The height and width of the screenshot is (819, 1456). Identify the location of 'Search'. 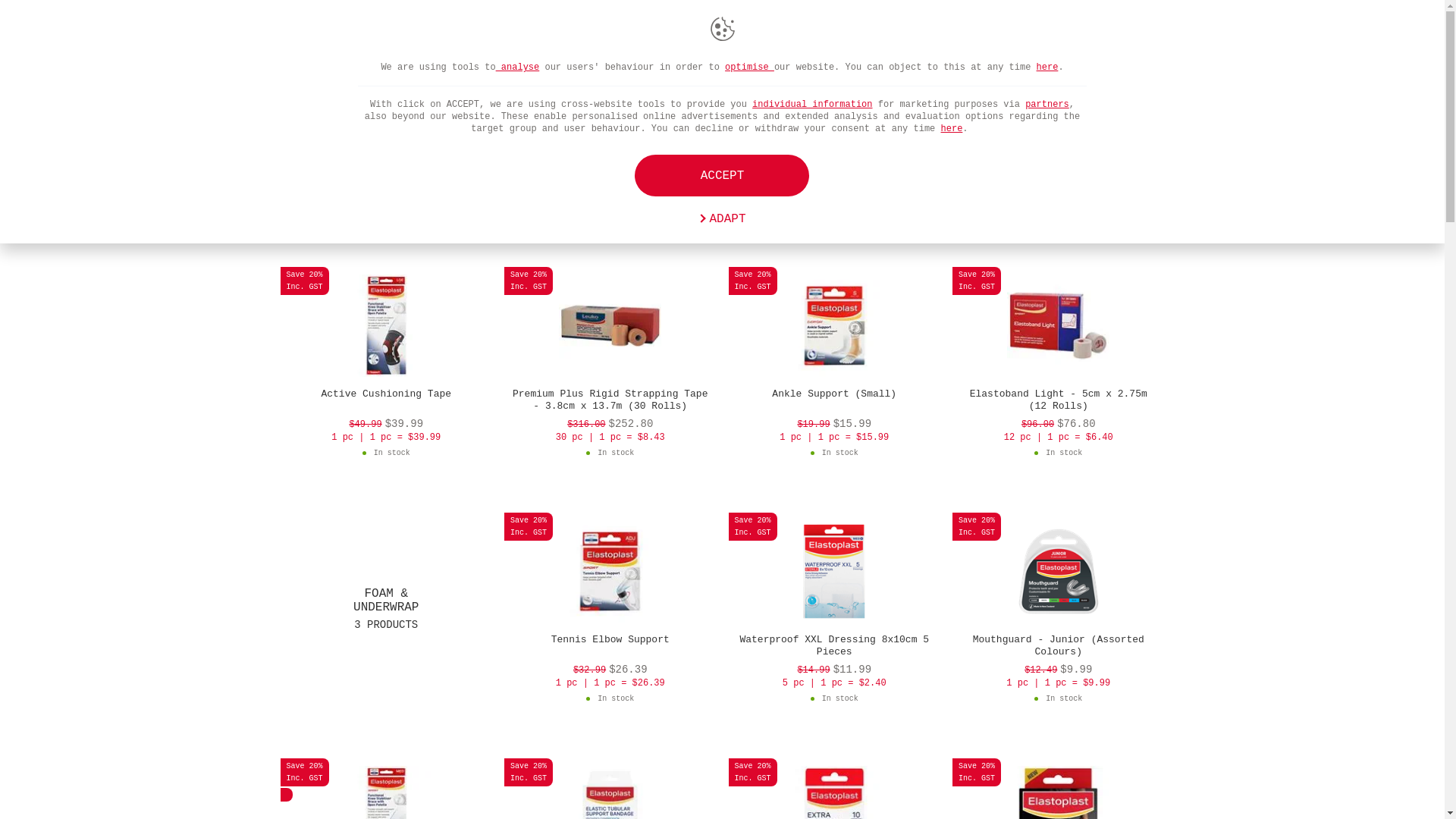
(1026, 32).